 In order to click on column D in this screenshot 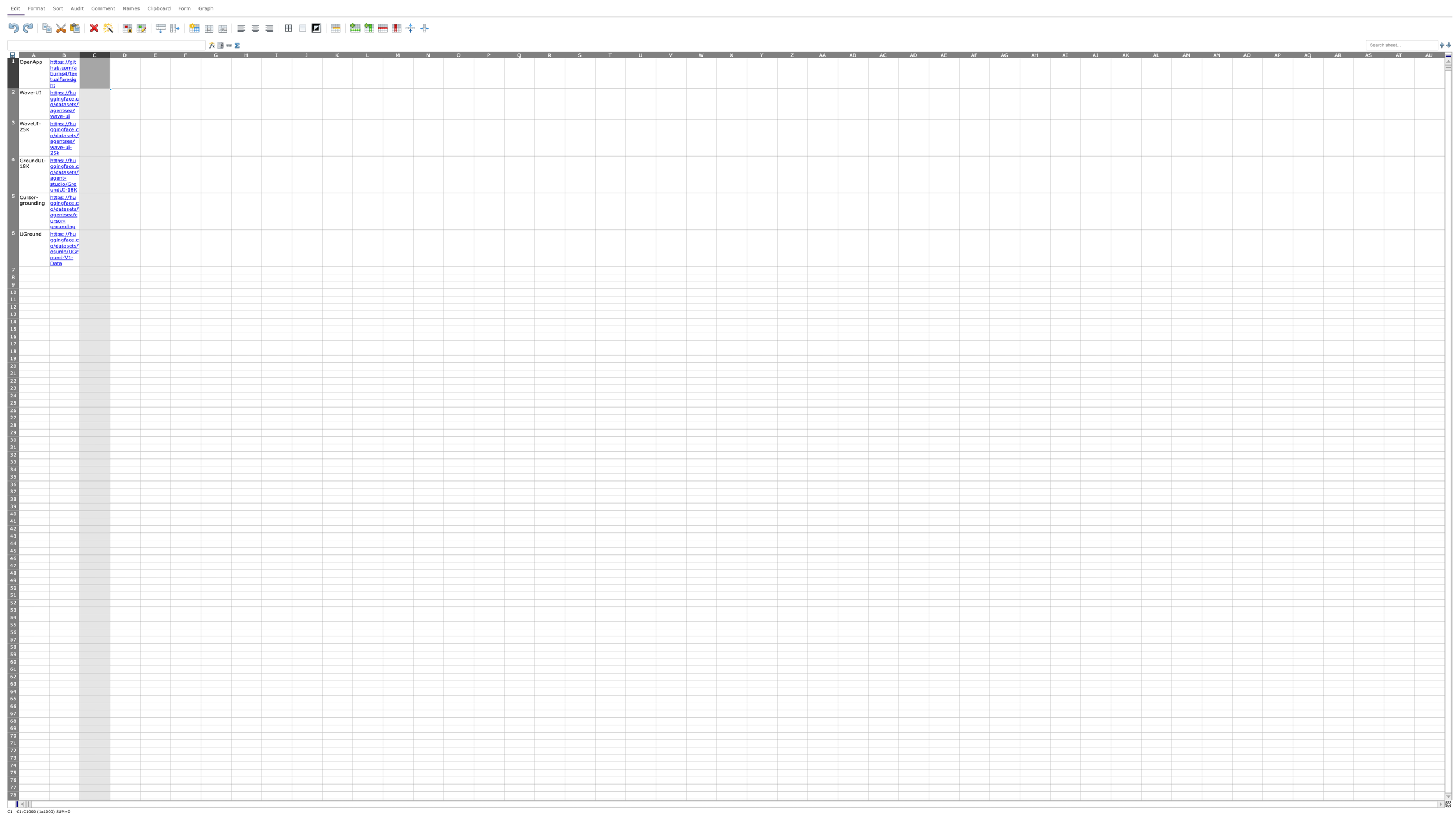, I will do `click(124, 54)`.